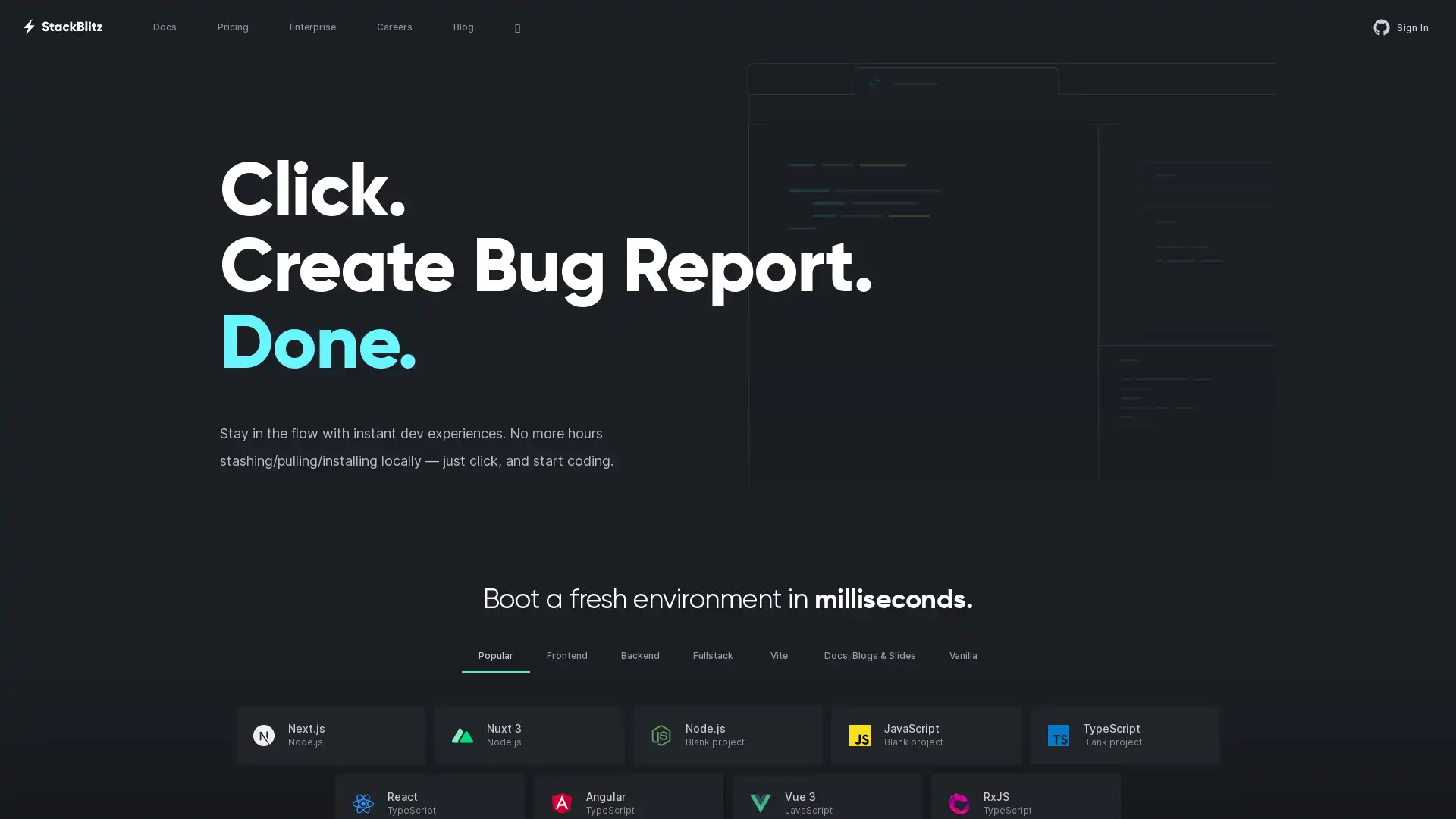 This screenshot has height=819, width=1456. What do you see at coordinates (962, 654) in the screenshot?
I see `Vanilla` at bounding box center [962, 654].